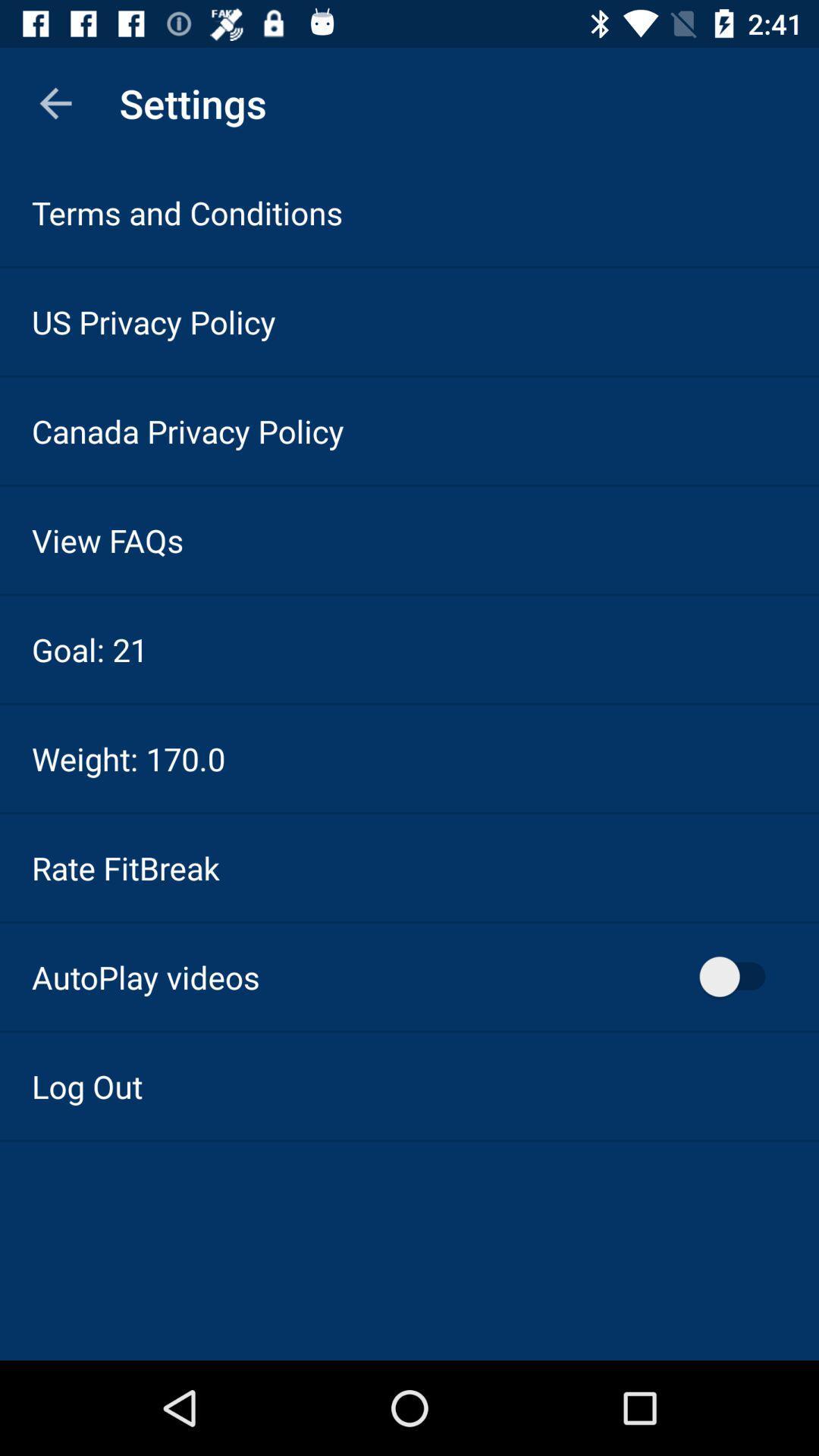  I want to click on rate fitbreak icon, so click(124, 868).